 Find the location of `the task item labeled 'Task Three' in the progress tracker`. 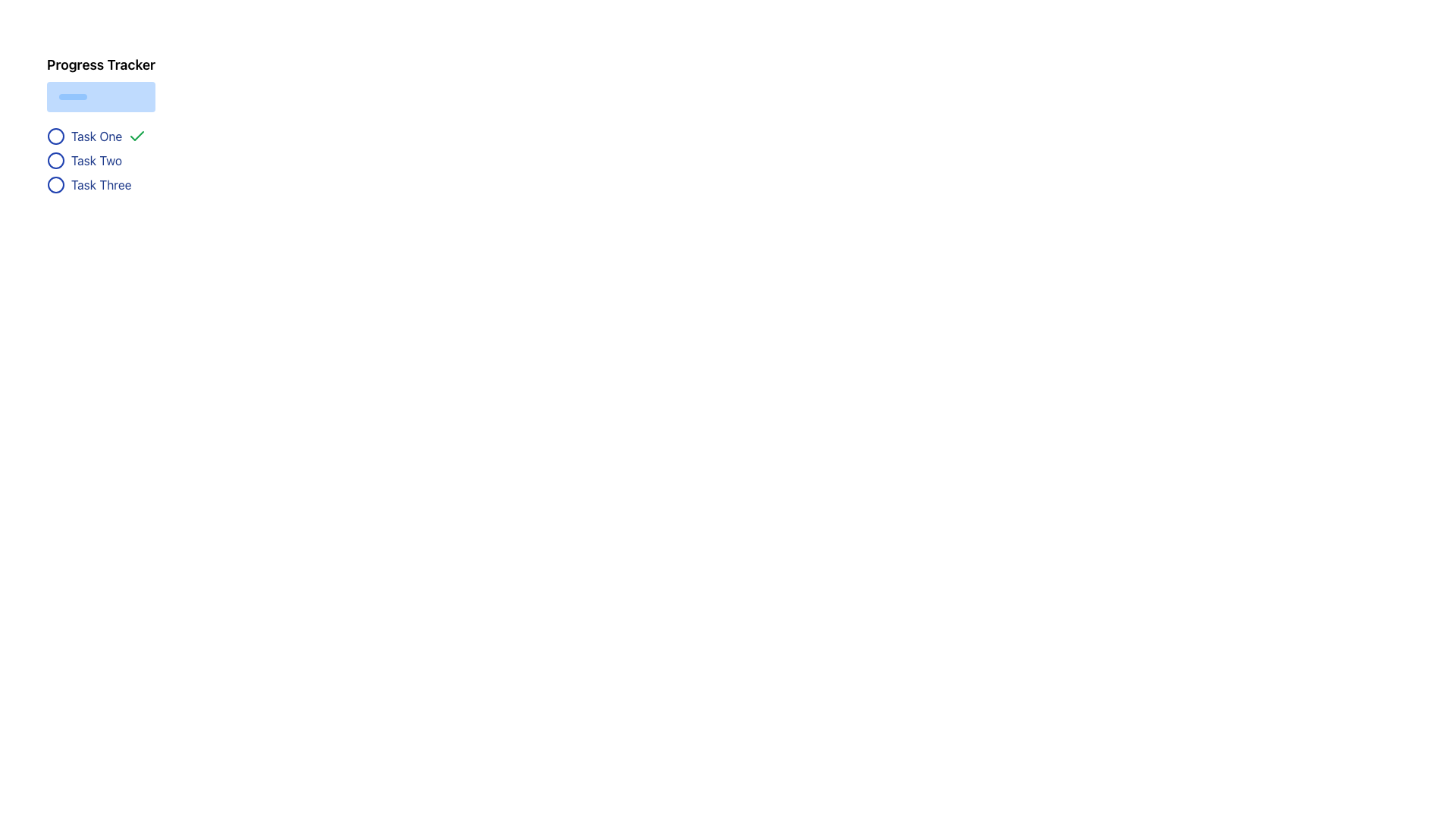

the task item labeled 'Task Three' in the progress tracker is located at coordinates (100, 184).